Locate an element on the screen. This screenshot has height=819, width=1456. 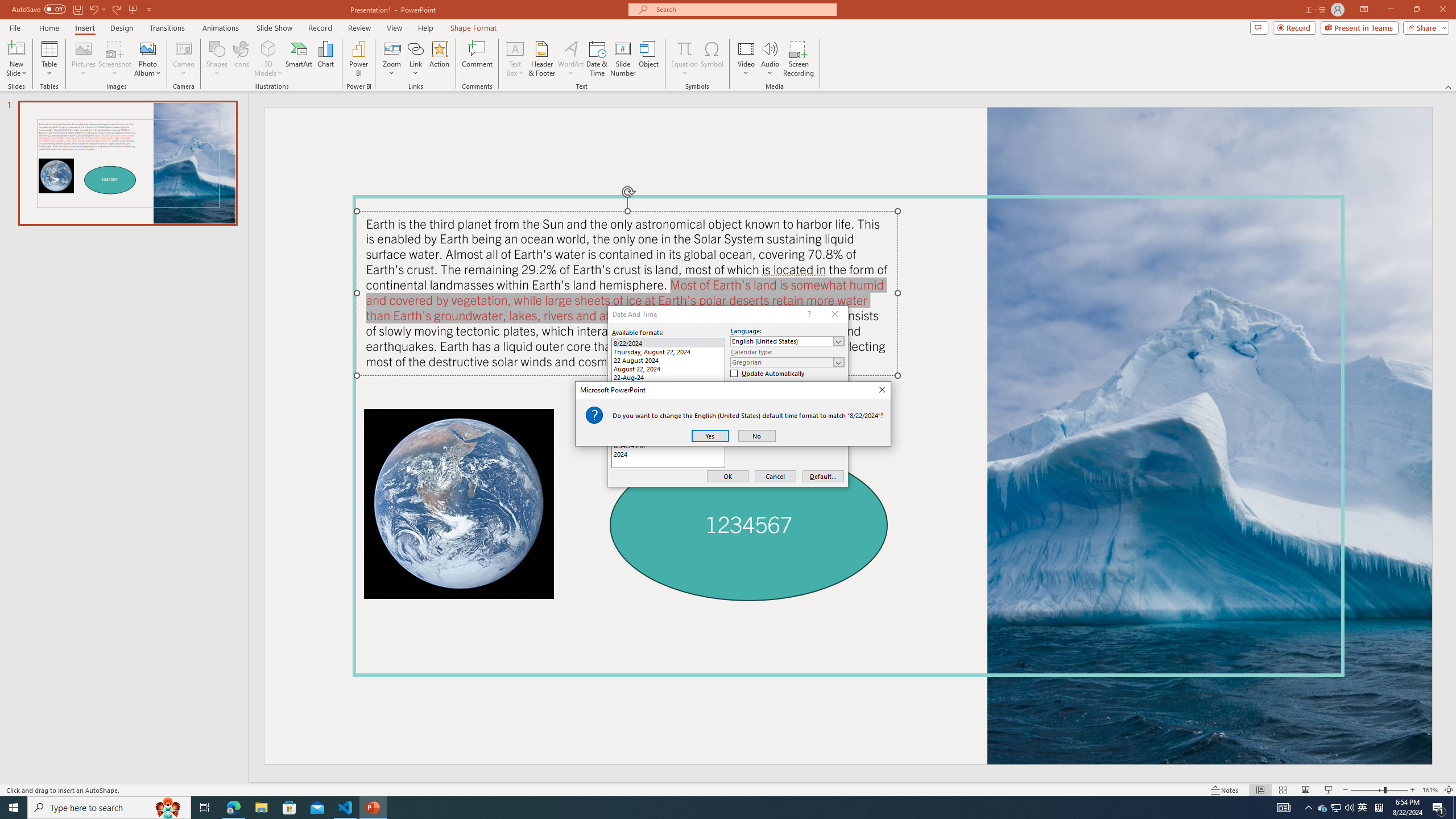
'Default...' is located at coordinates (823, 477).